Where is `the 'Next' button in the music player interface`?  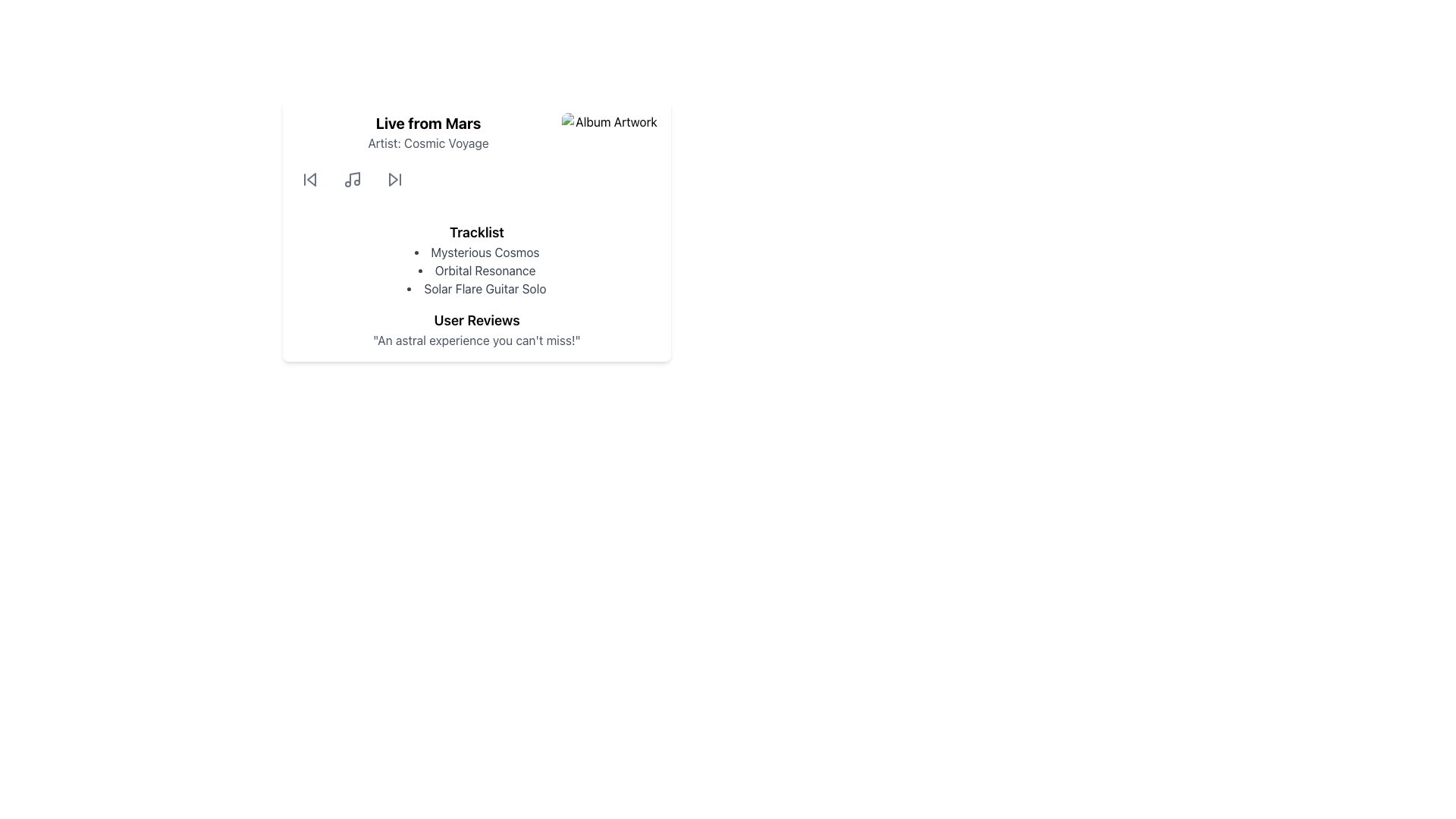
the 'Next' button in the music player interface is located at coordinates (395, 178).